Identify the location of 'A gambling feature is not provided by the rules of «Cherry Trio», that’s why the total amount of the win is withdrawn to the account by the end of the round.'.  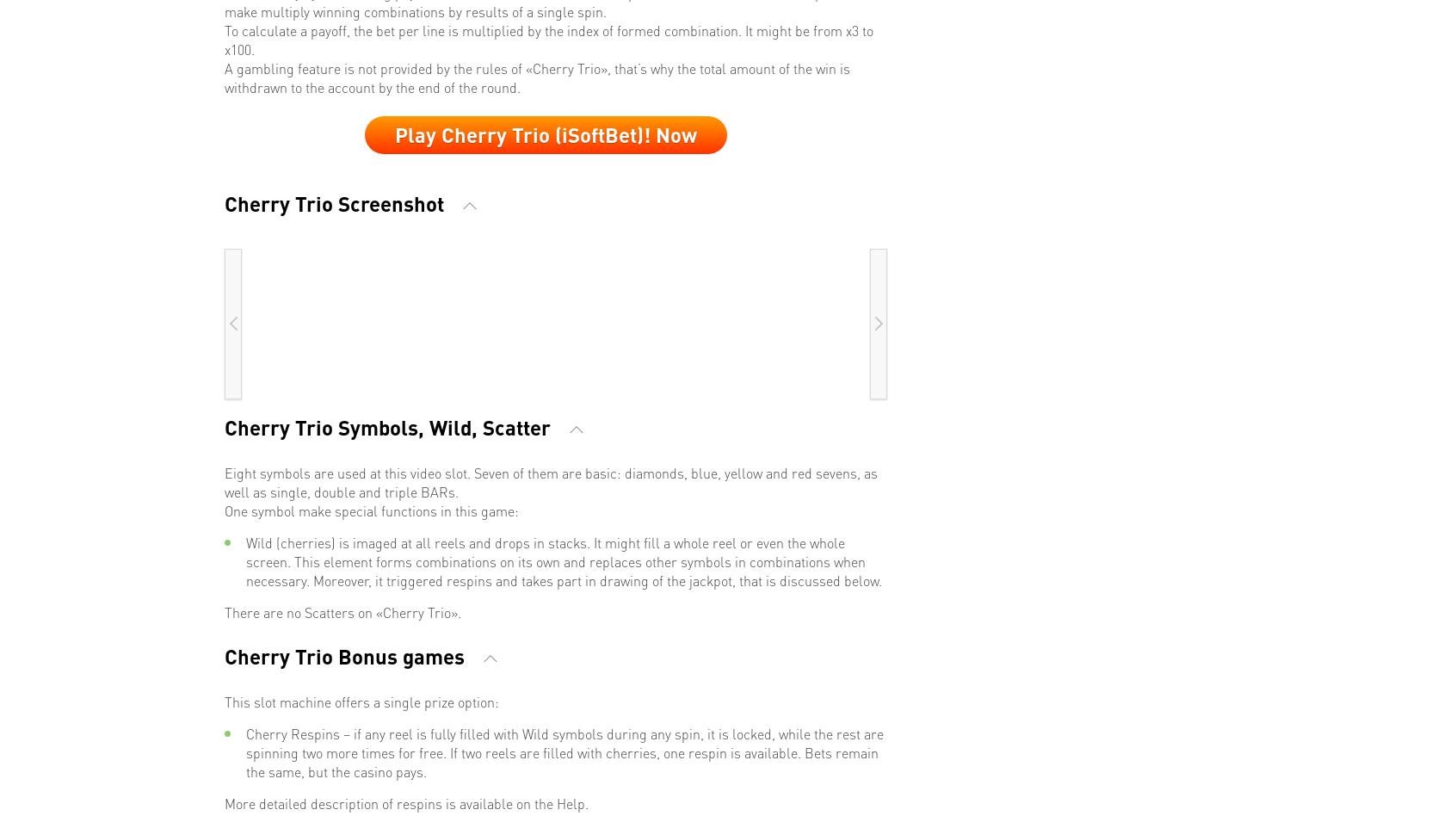
(536, 77).